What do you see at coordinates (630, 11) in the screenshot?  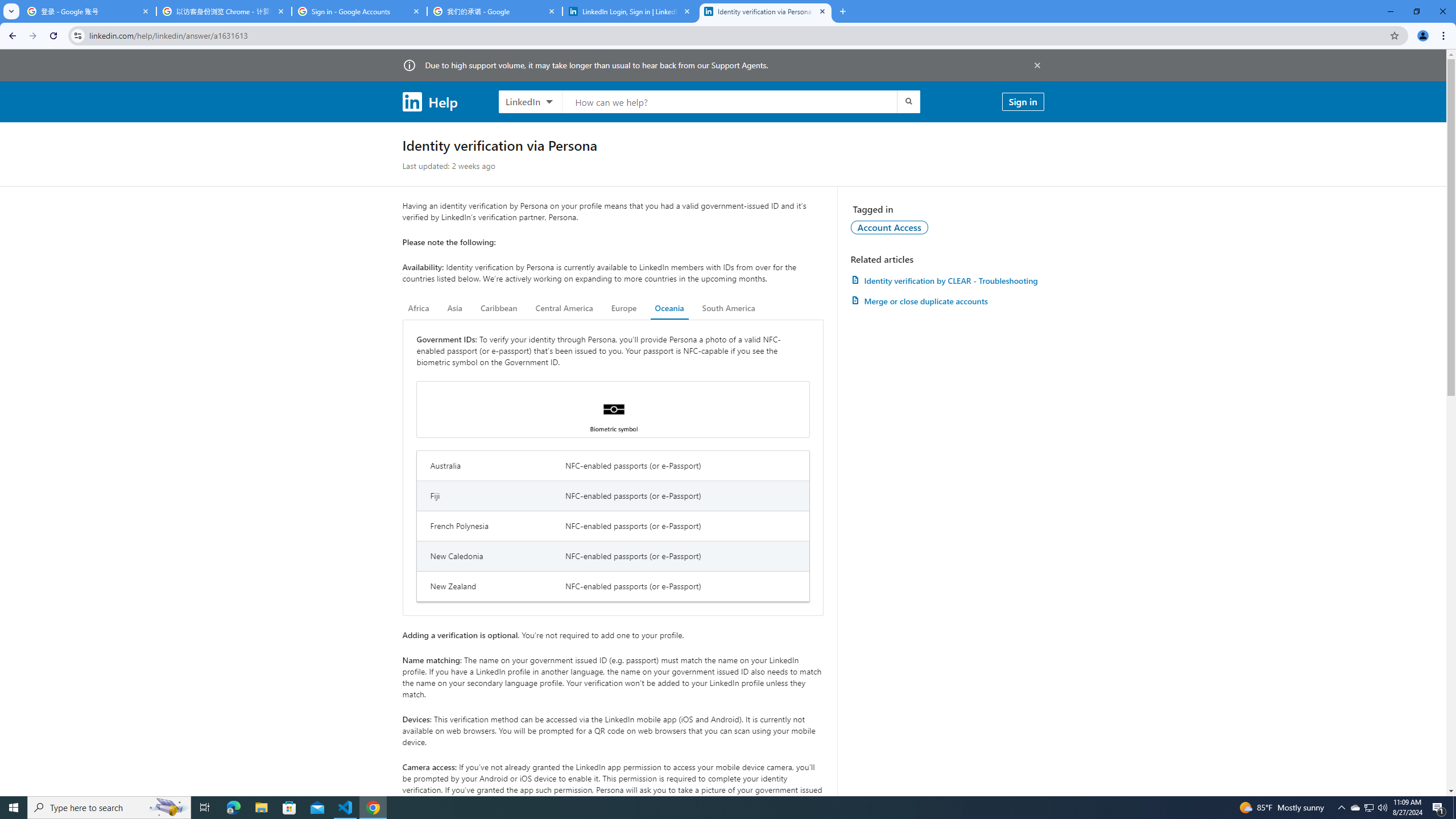 I see `'LinkedIn Login, Sign in | LinkedIn'` at bounding box center [630, 11].